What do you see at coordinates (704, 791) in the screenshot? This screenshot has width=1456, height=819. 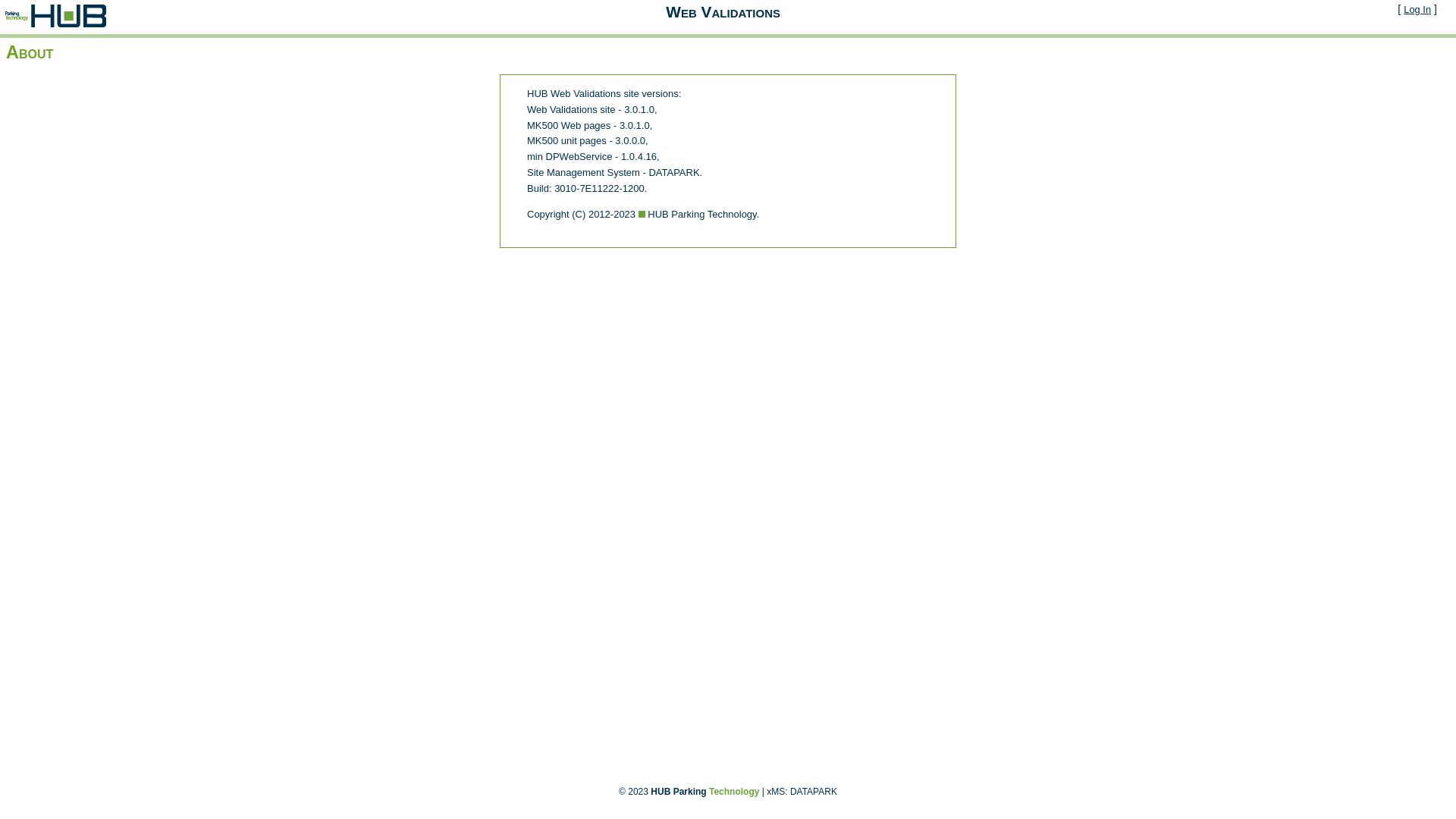 I see `'HUB Parking Technology'` at bounding box center [704, 791].